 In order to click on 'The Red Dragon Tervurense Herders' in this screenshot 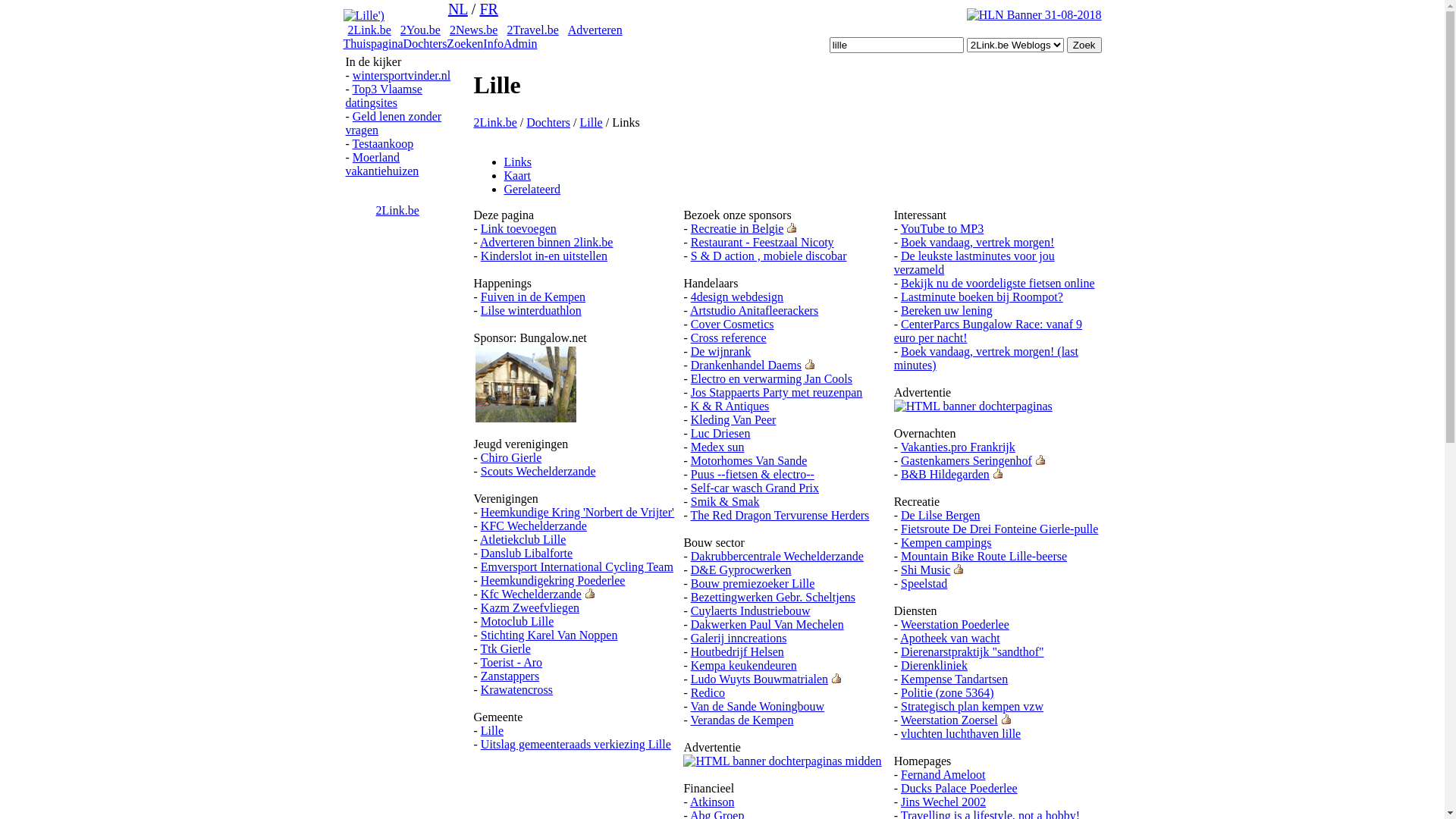, I will do `click(779, 514)`.